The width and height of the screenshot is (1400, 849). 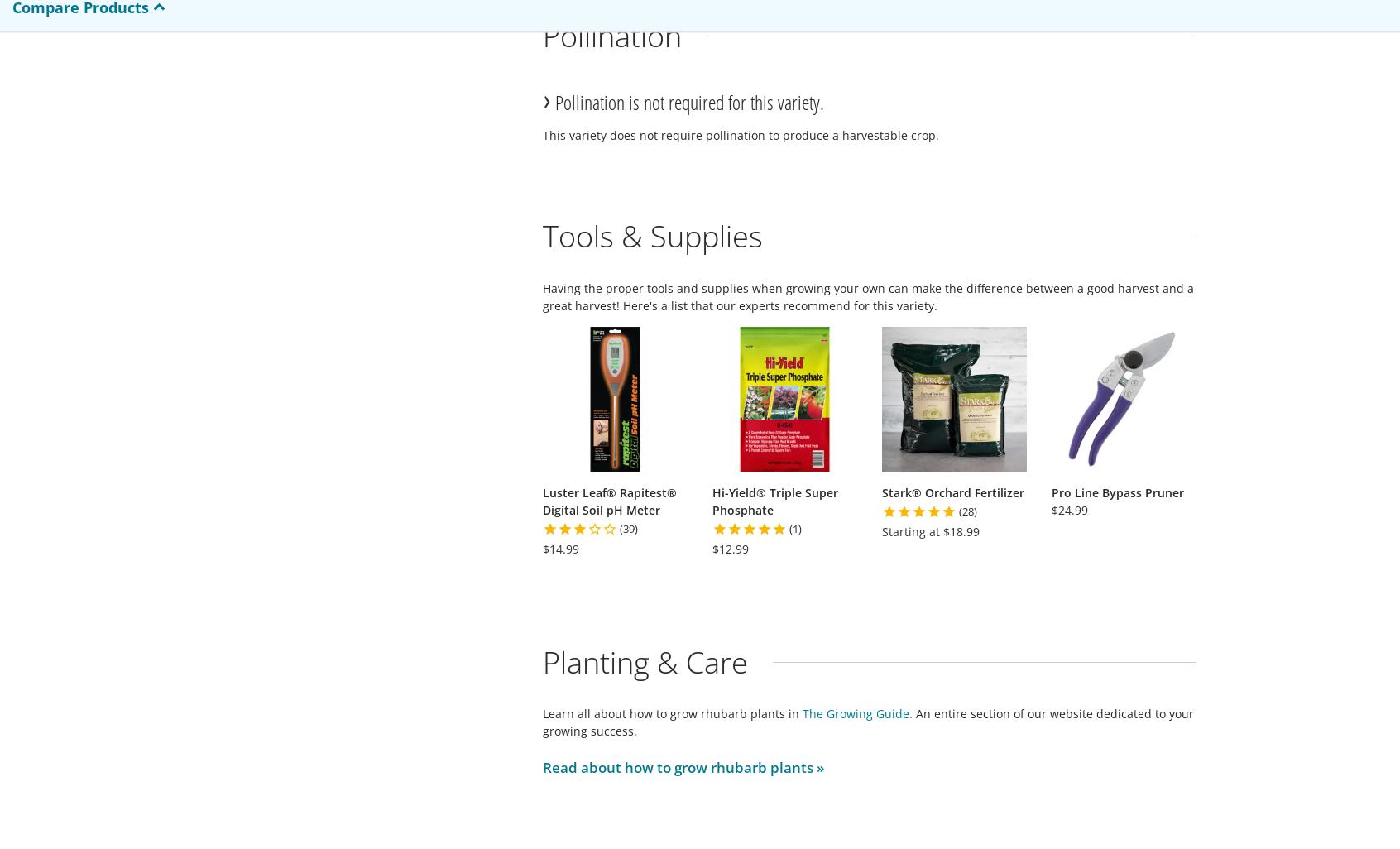 I want to click on '(1)', so click(x=795, y=528).